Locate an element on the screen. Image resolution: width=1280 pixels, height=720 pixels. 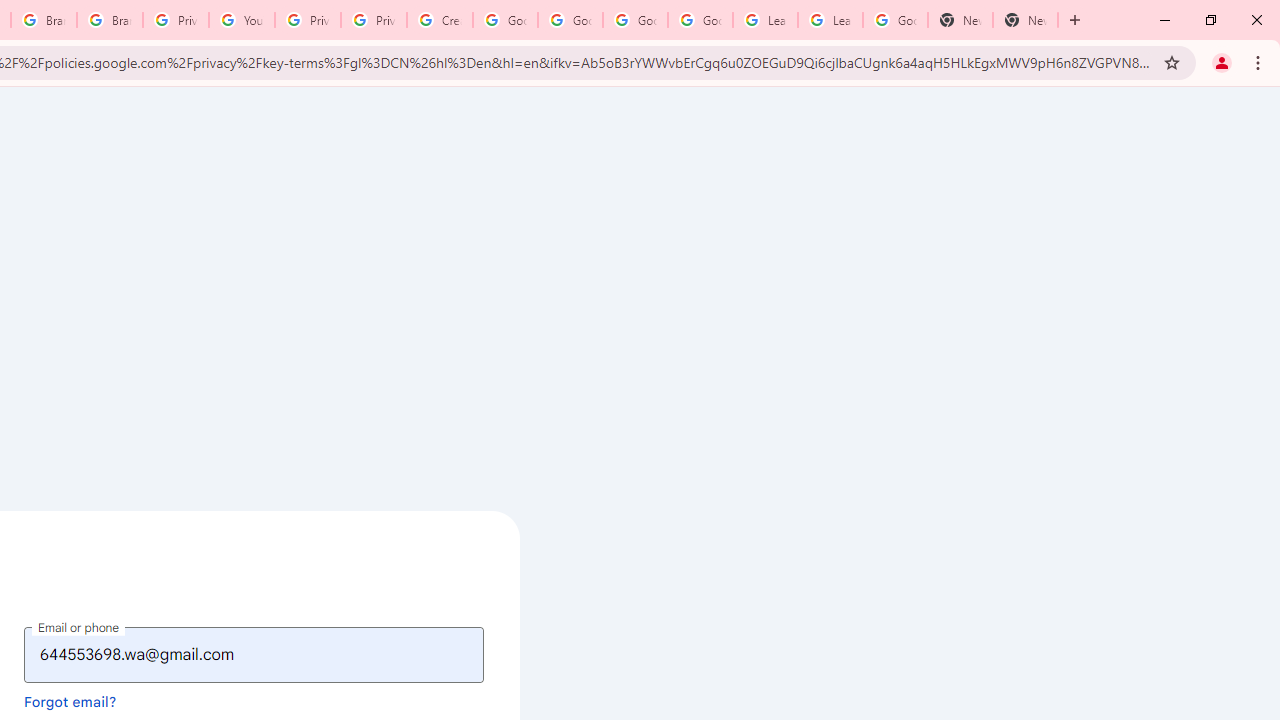
'Brand Resource Center' is located at coordinates (44, 20).